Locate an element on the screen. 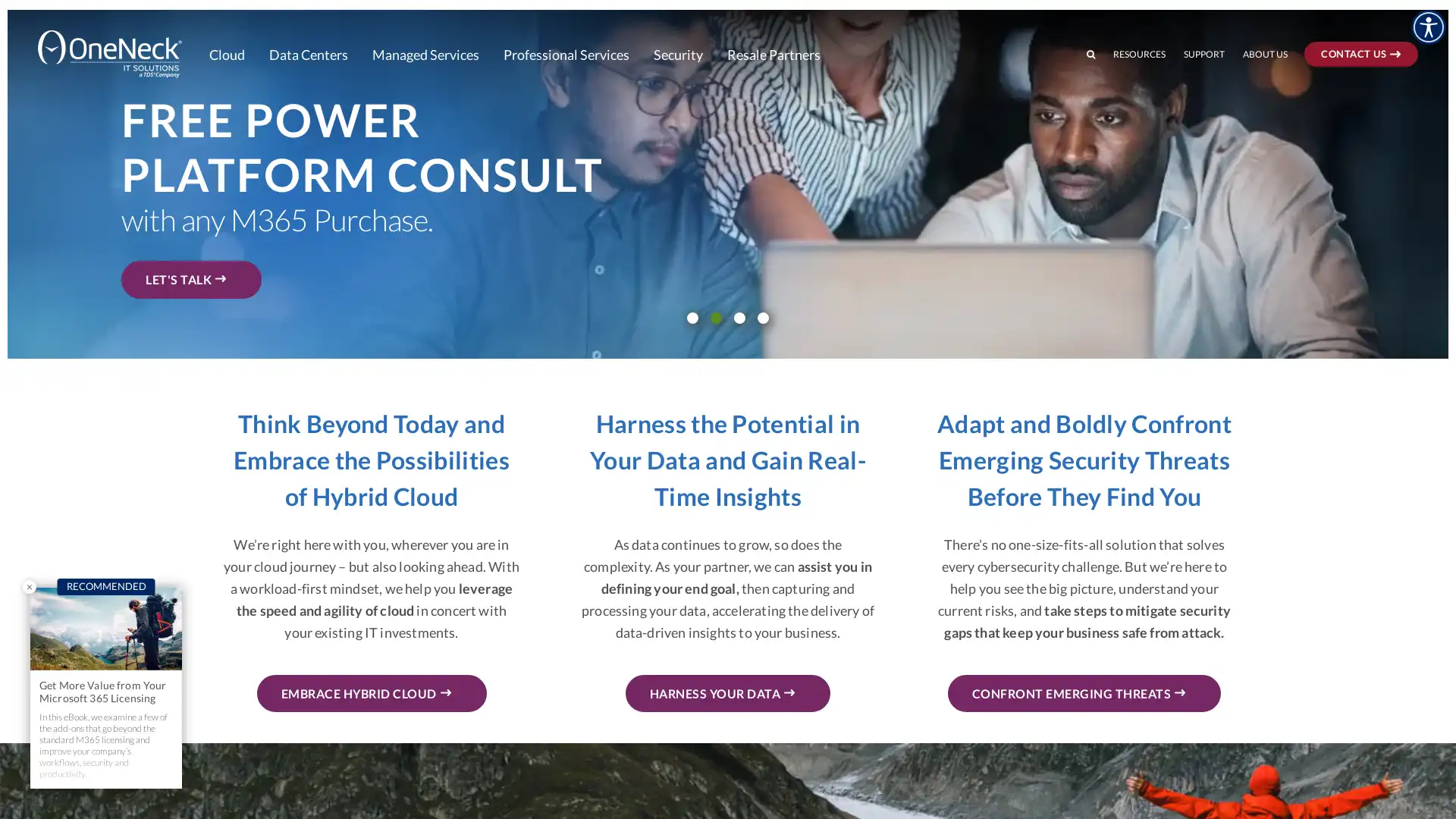 This screenshot has width=1456, height=819. LEARN MORE ABOUT US is located at coordinates (229, 246).